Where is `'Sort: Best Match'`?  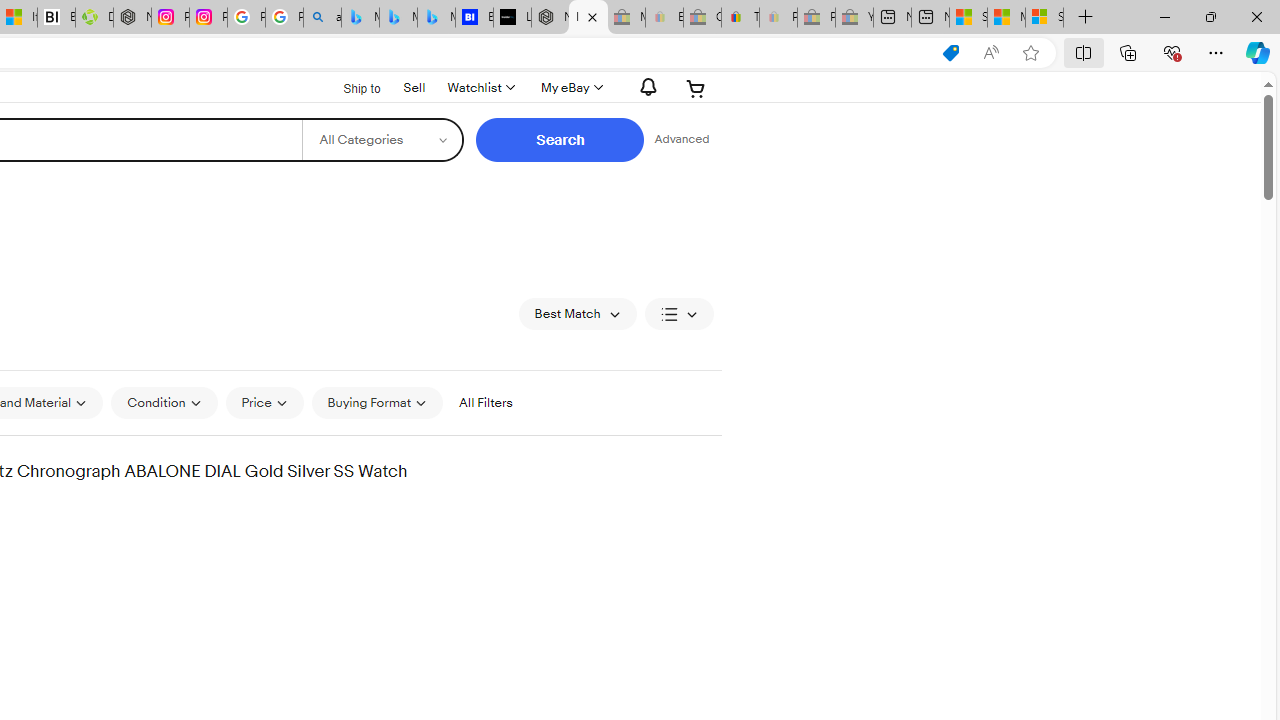 'Sort: Best Match' is located at coordinates (576, 313).